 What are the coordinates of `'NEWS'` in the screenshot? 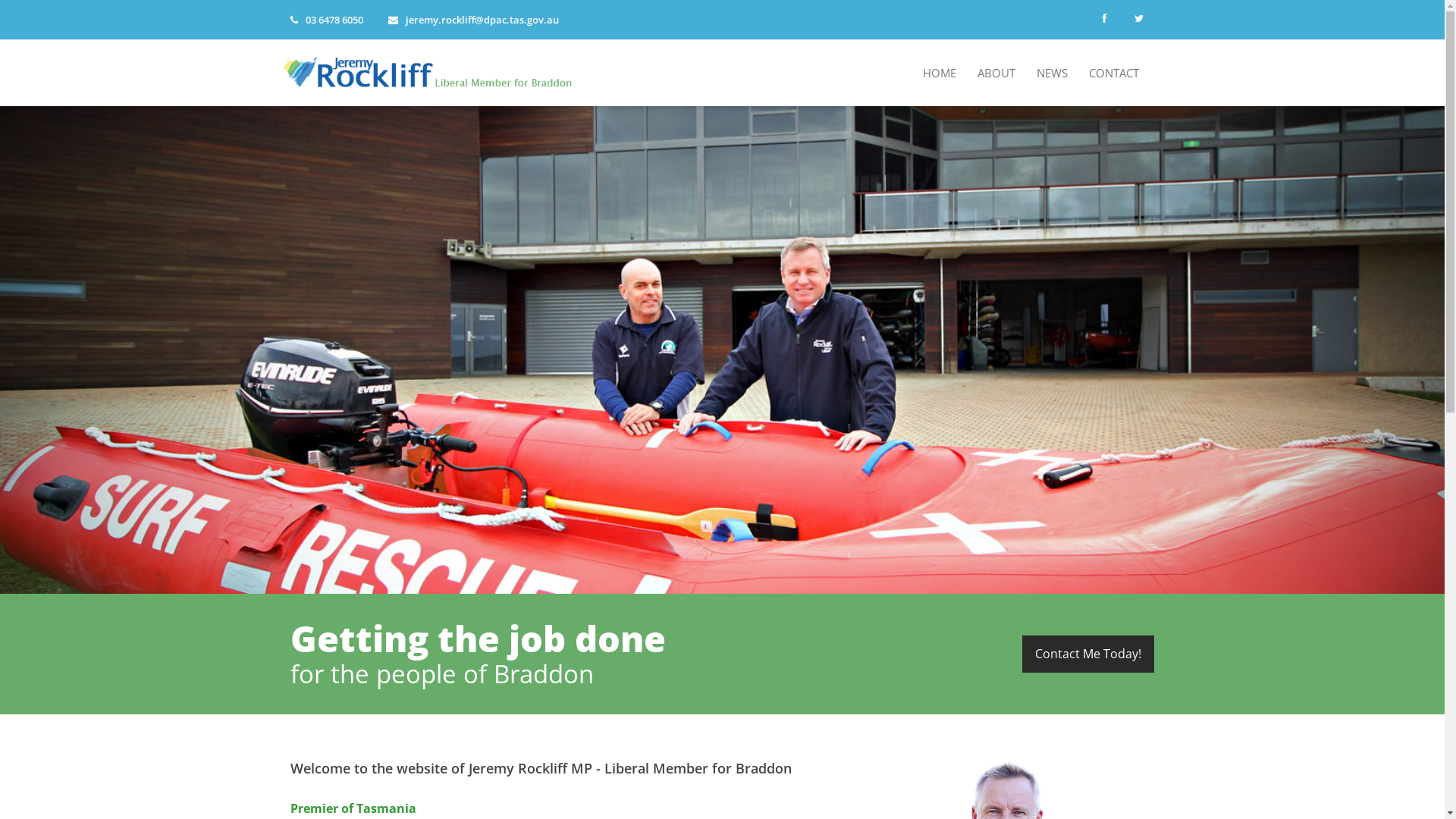 It's located at (1051, 73).